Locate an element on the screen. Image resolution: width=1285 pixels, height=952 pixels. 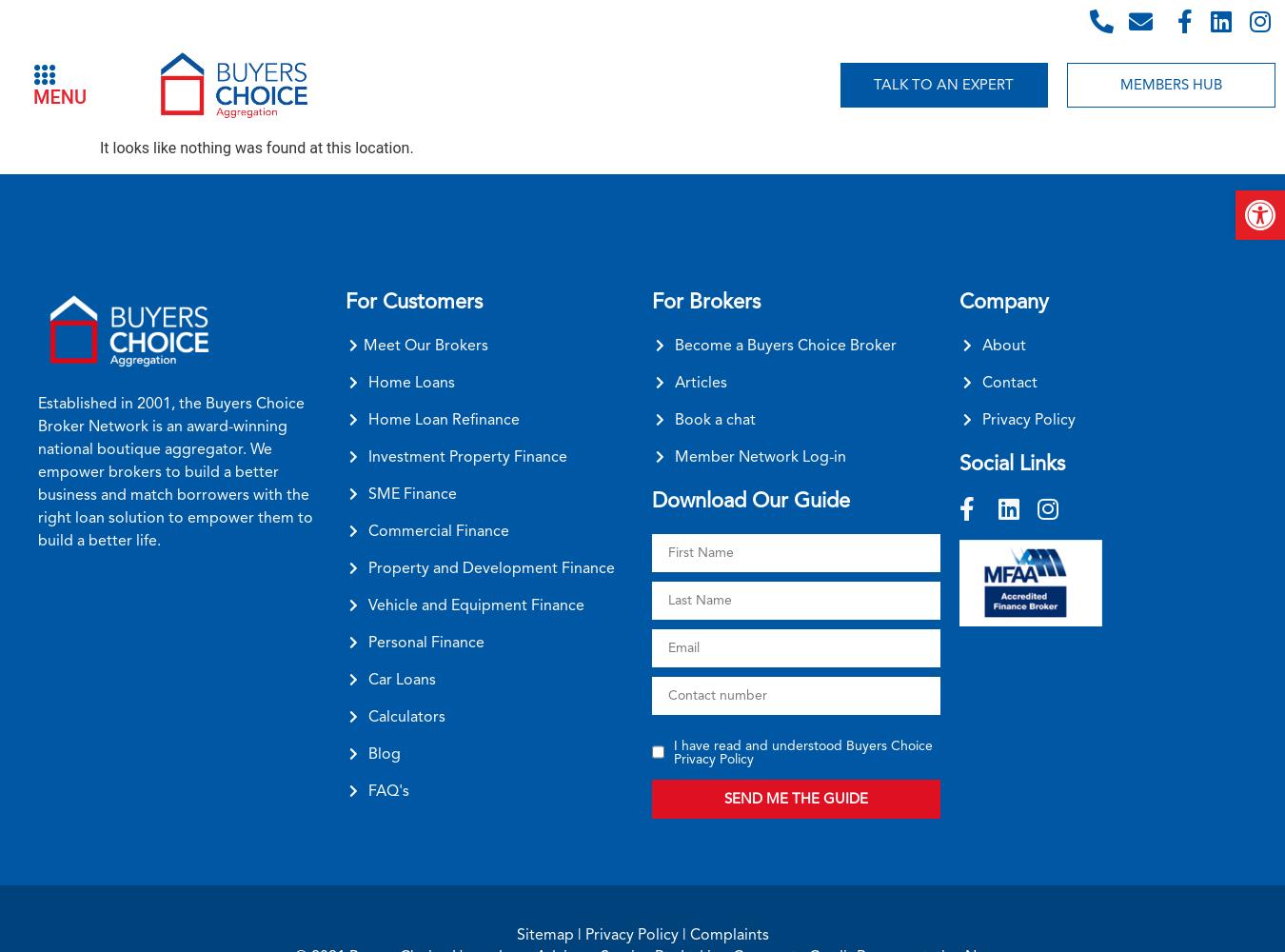
'Become a Buyers Choice Broker' is located at coordinates (785, 344).